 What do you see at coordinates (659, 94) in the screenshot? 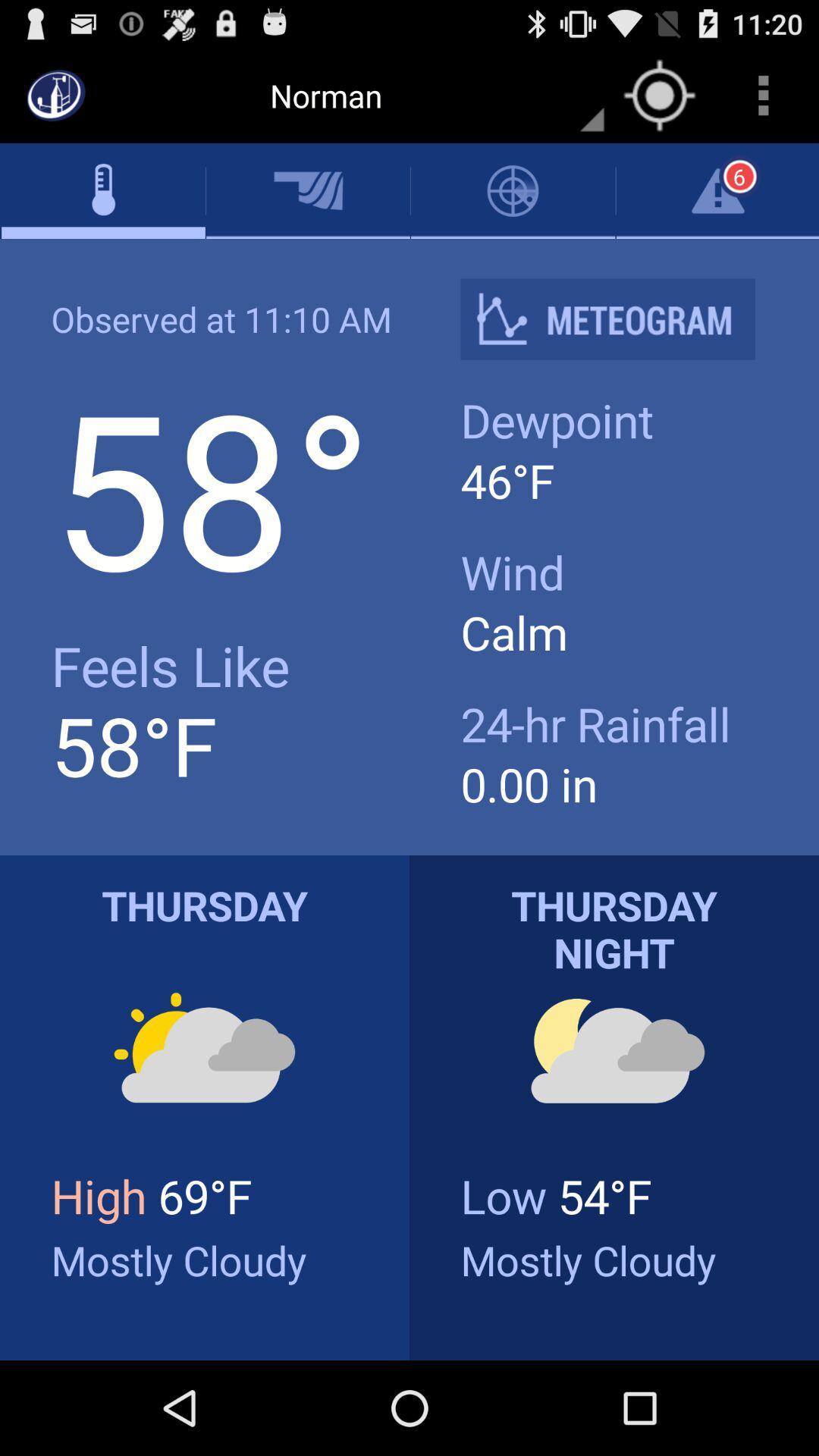
I see `the map` at bounding box center [659, 94].